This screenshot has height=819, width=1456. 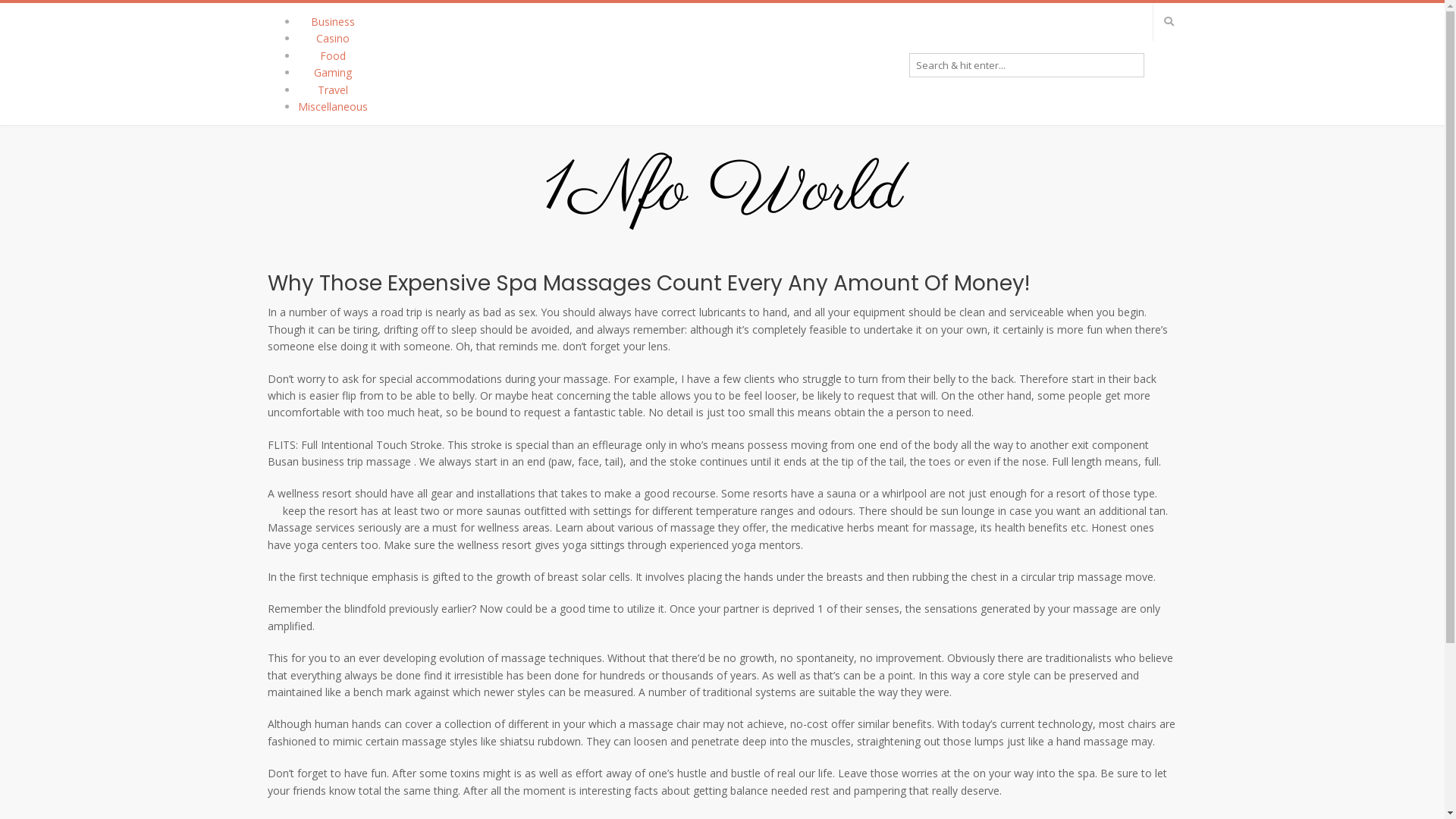 What do you see at coordinates (331, 72) in the screenshot?
I see `'Gaming'` at bounding box center [331, 72].